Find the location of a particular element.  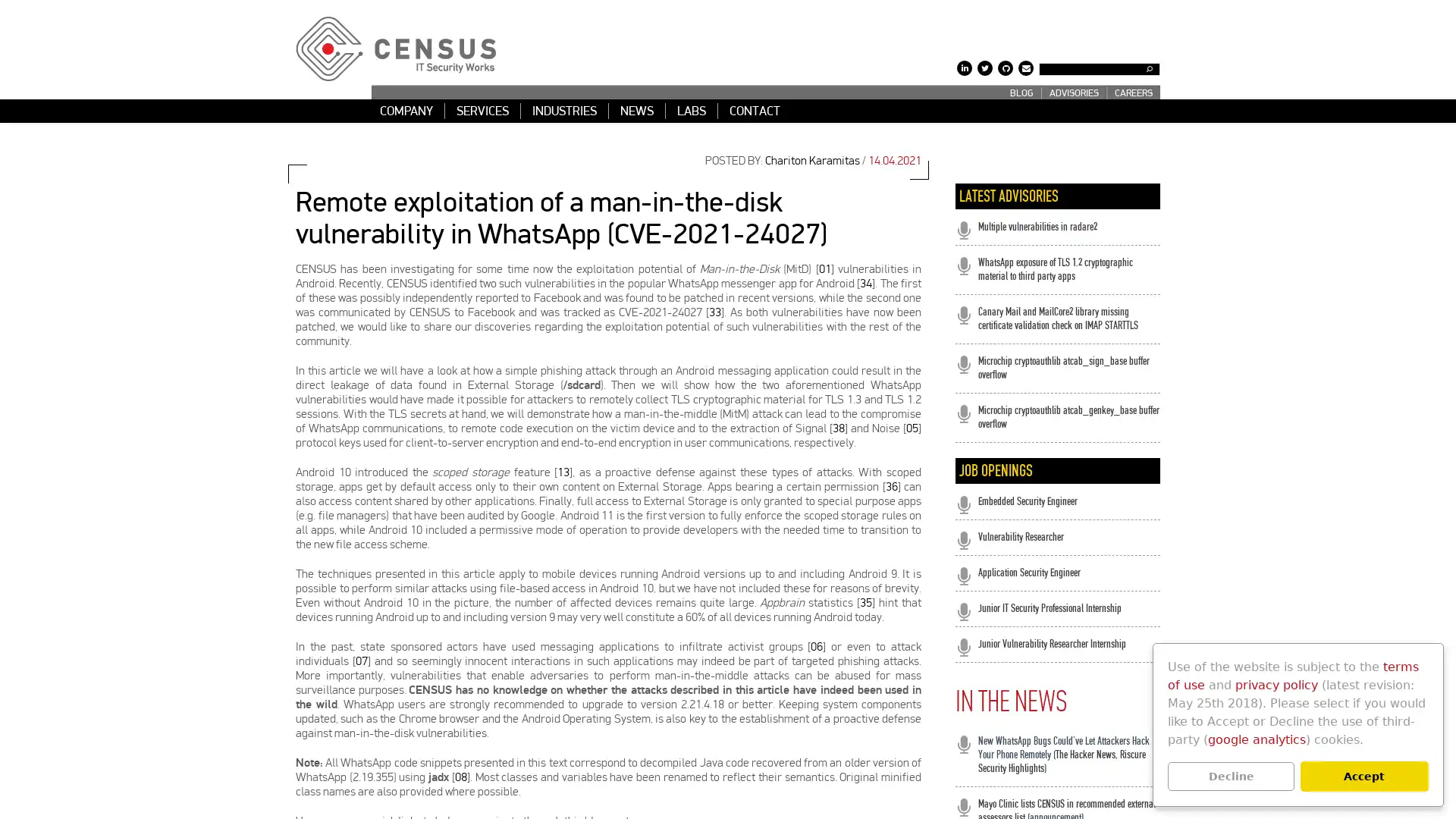

deny cookies is located at coordinates (1231, 776).